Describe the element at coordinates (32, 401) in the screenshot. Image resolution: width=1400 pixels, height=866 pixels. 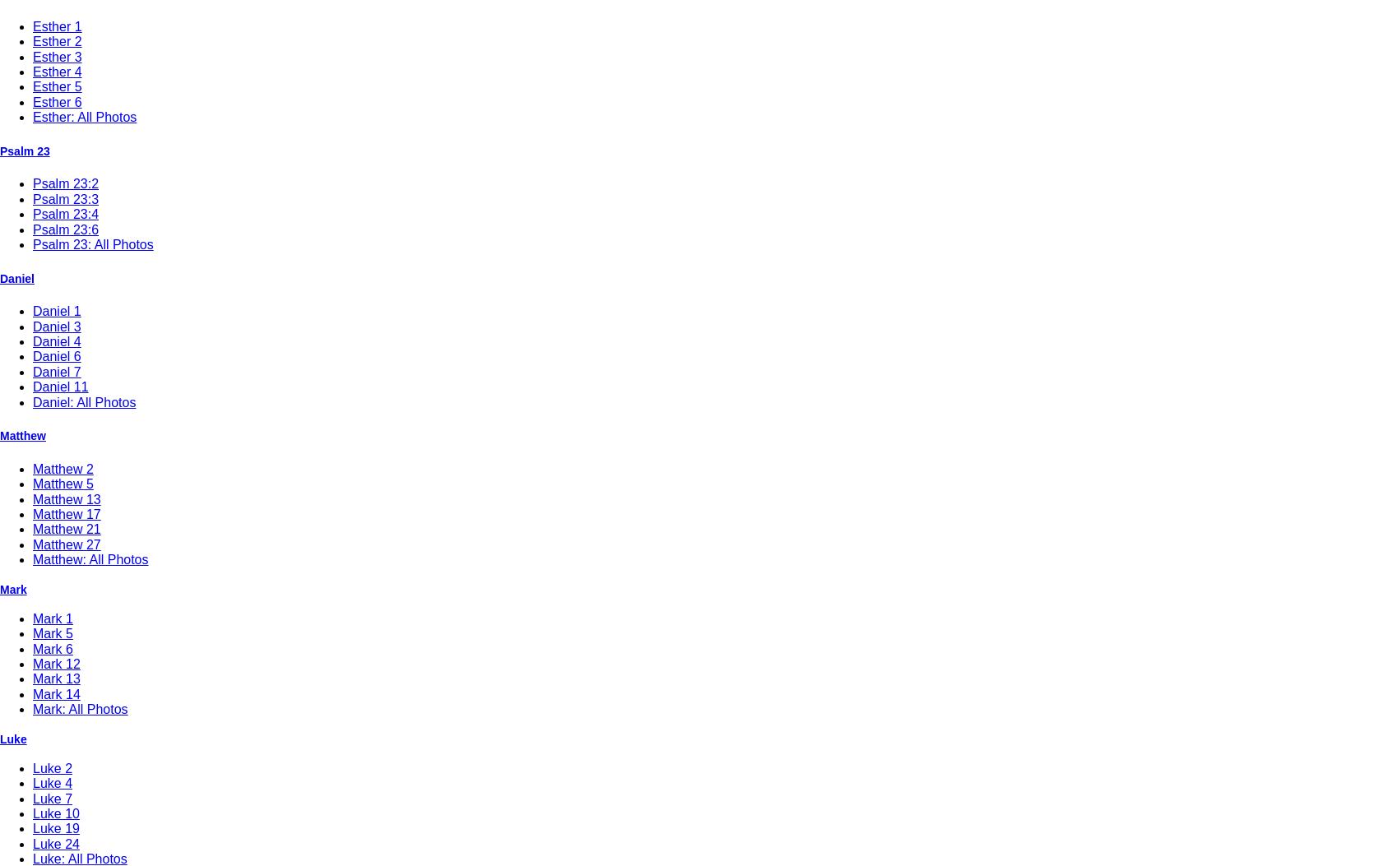
I see `'Daniel: All Photos'` at that location.